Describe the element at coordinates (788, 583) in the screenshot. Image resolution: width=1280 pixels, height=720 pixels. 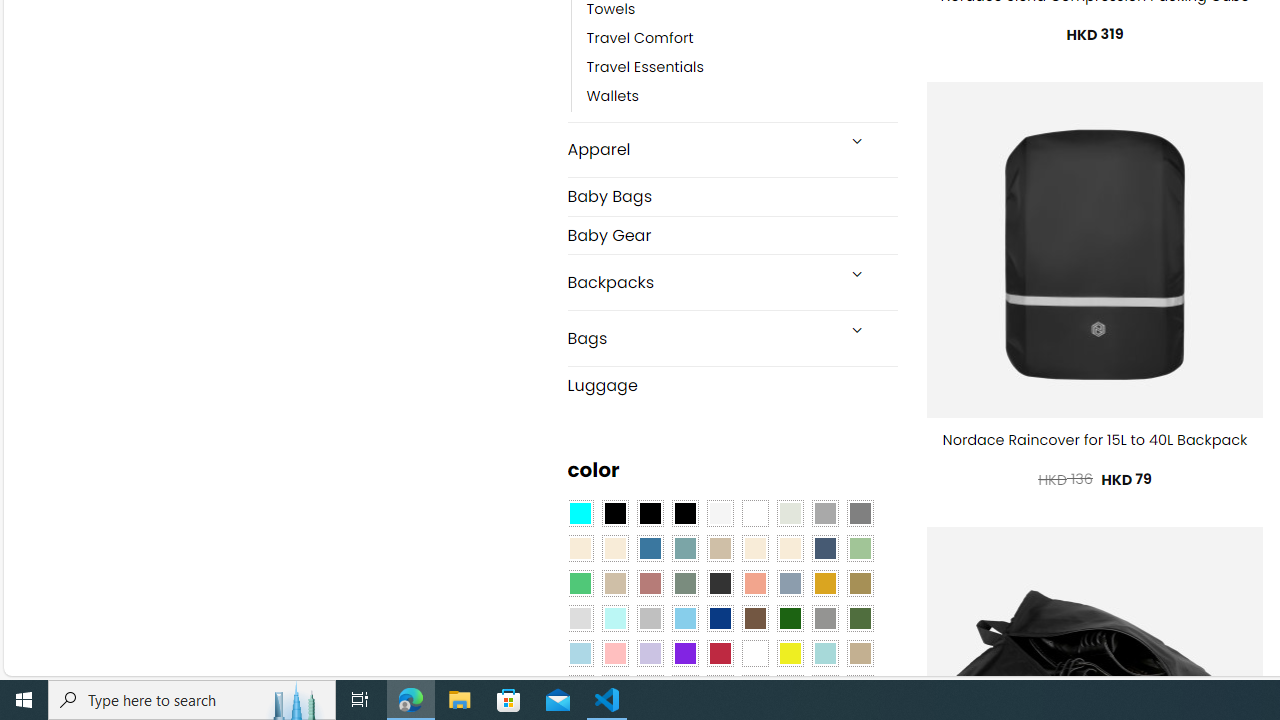
I see `'Dusty Blue'` at that location.